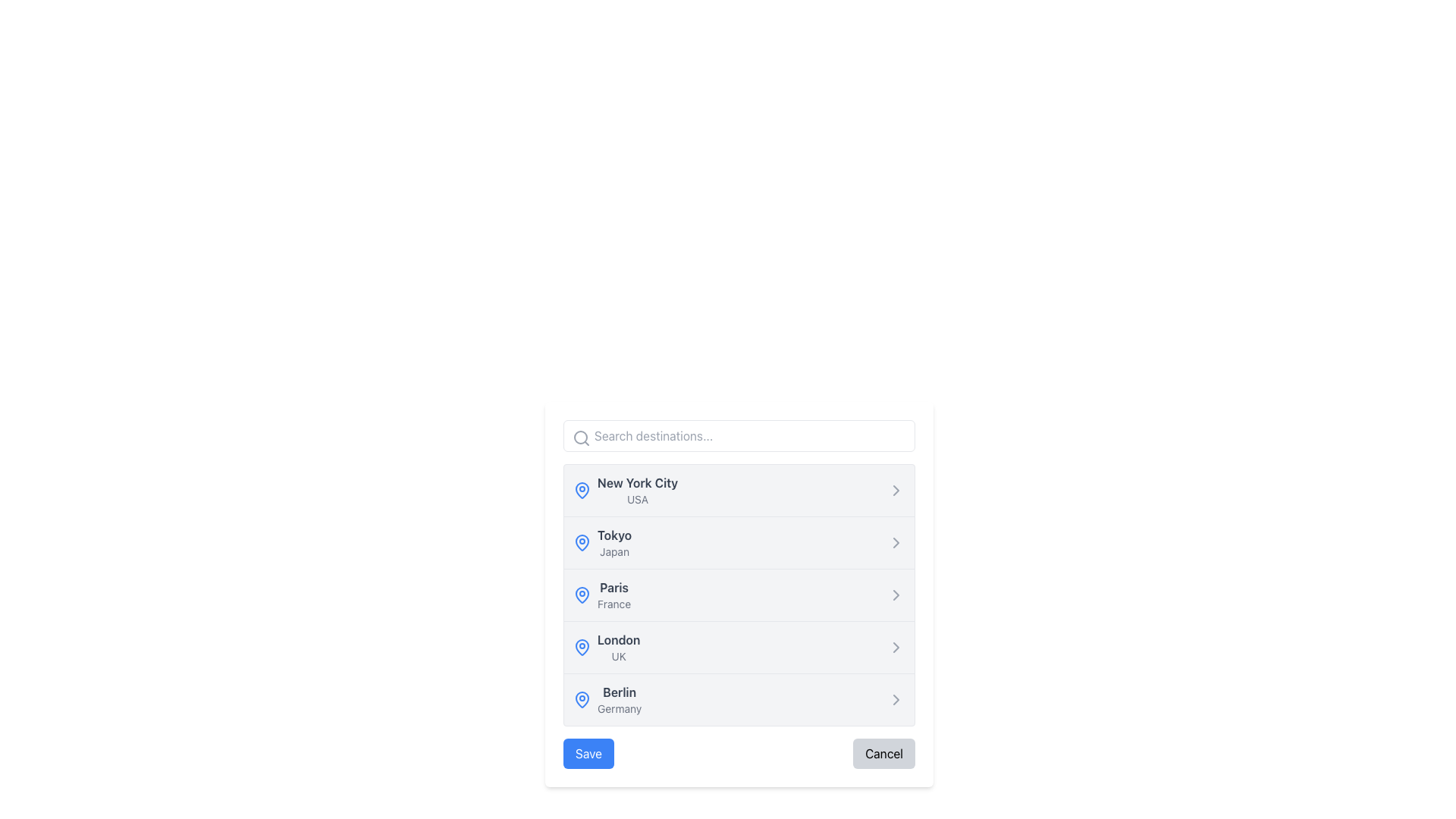  I want to click on the second list item displaying the location 'Tokyo, Japan', so click(601, 542).